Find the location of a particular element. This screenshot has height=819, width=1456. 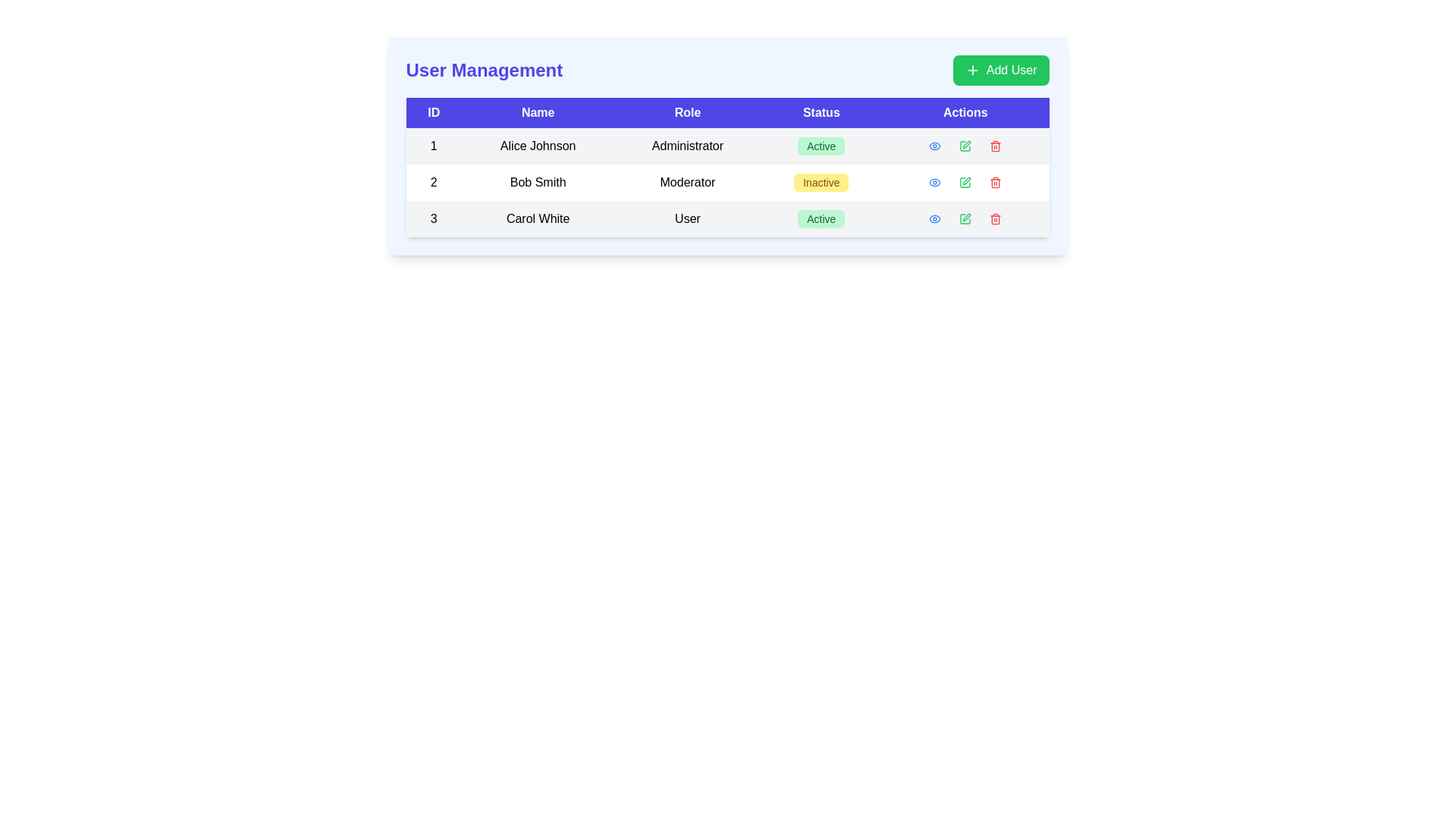

the 'Add User' icon, which is the foremost icon on the green button that initiates the addition of a user, located in the top-right corner of the user interface is located at coordinates (972, 70).